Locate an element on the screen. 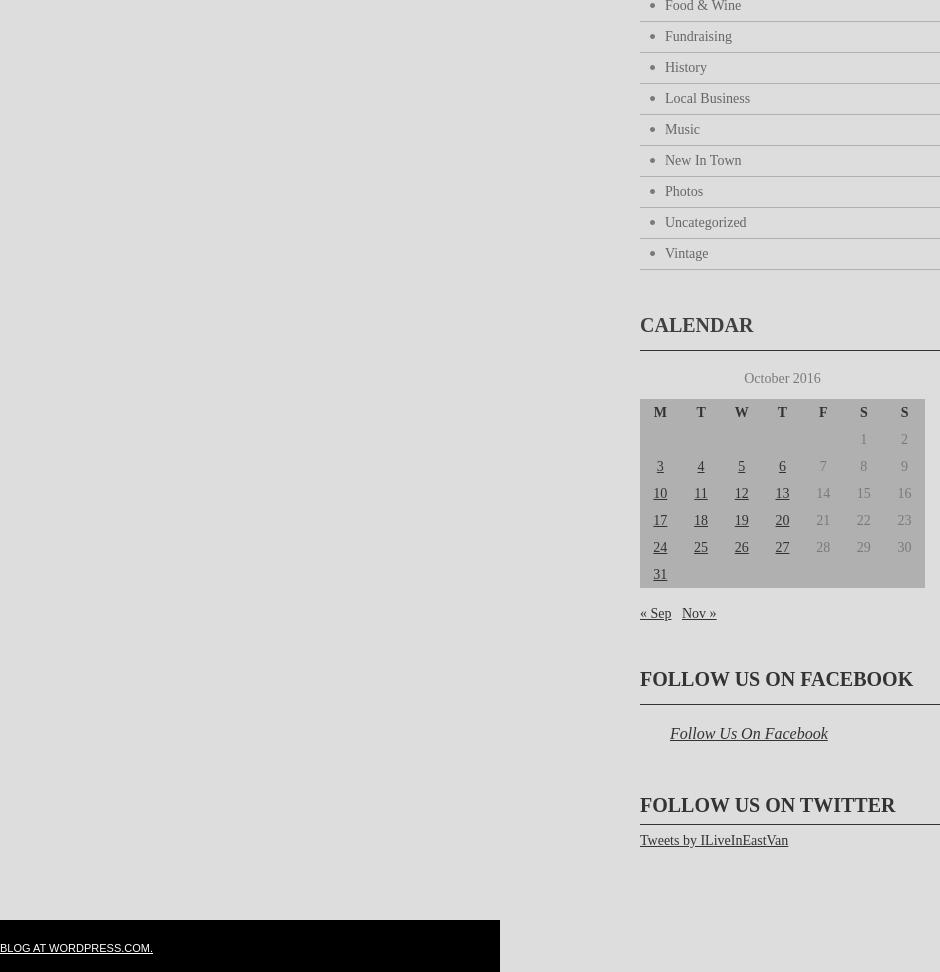 The image size is (940, 972). 'Uncategorized' is located at coordinates (705, 221).